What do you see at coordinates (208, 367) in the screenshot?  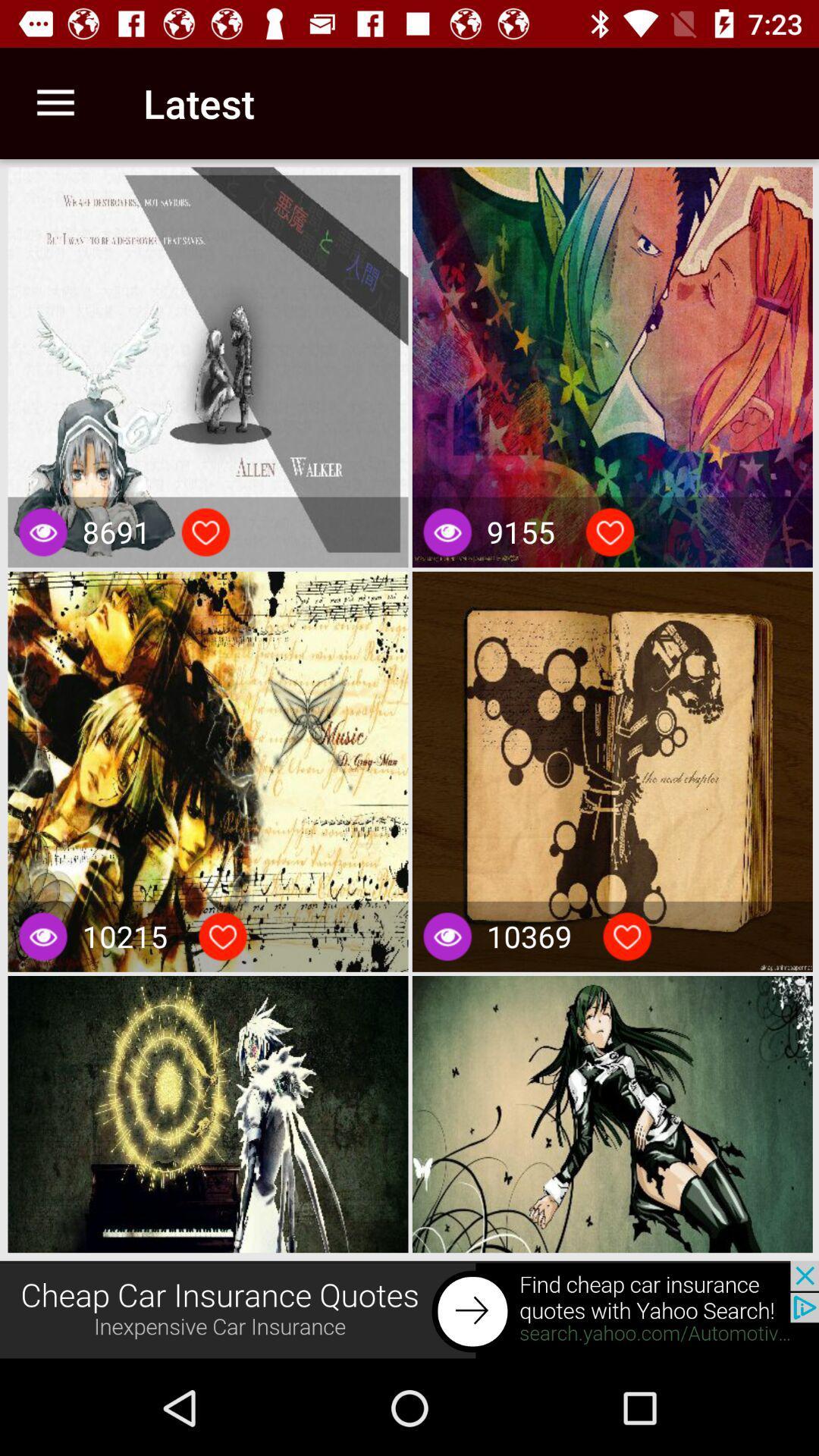 I see `the first image` at bounding box center [208, 367].